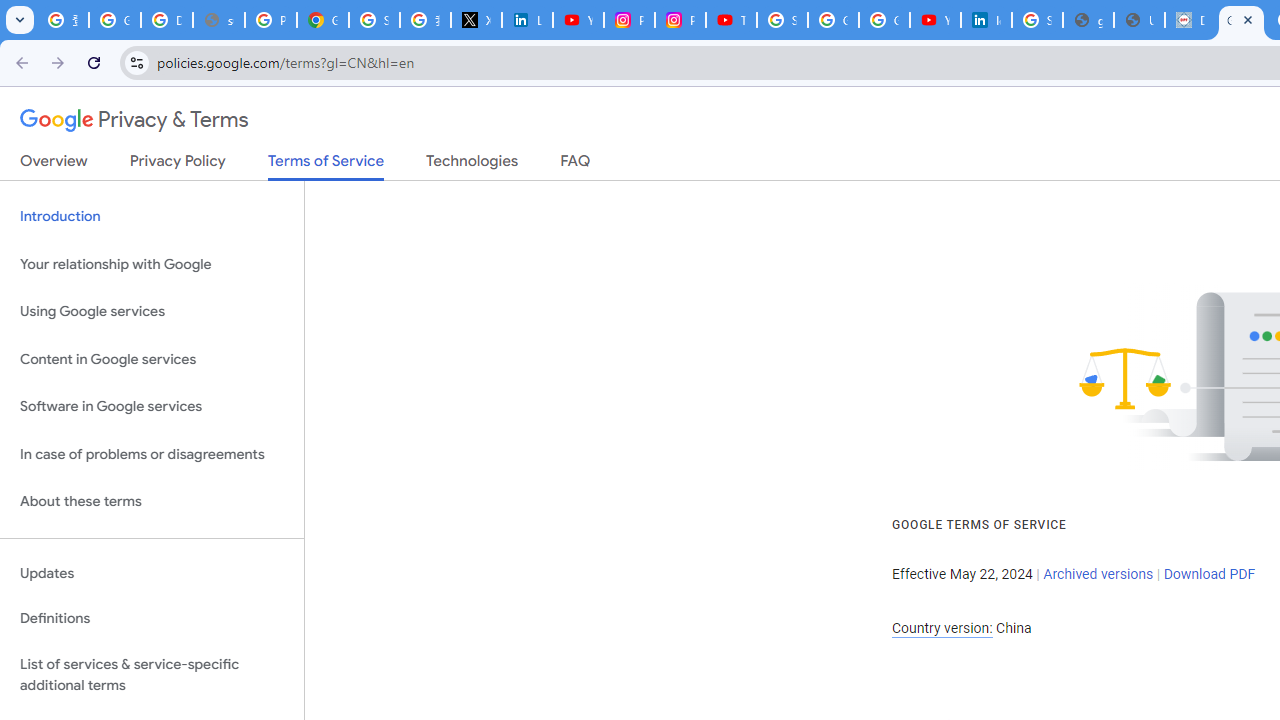 The image size is (1280, 720). What do you see at coordinates (151, 675) in the screenshot?
I see `'List of services & service-specific additional terms'` at bounding box center [151, 675].